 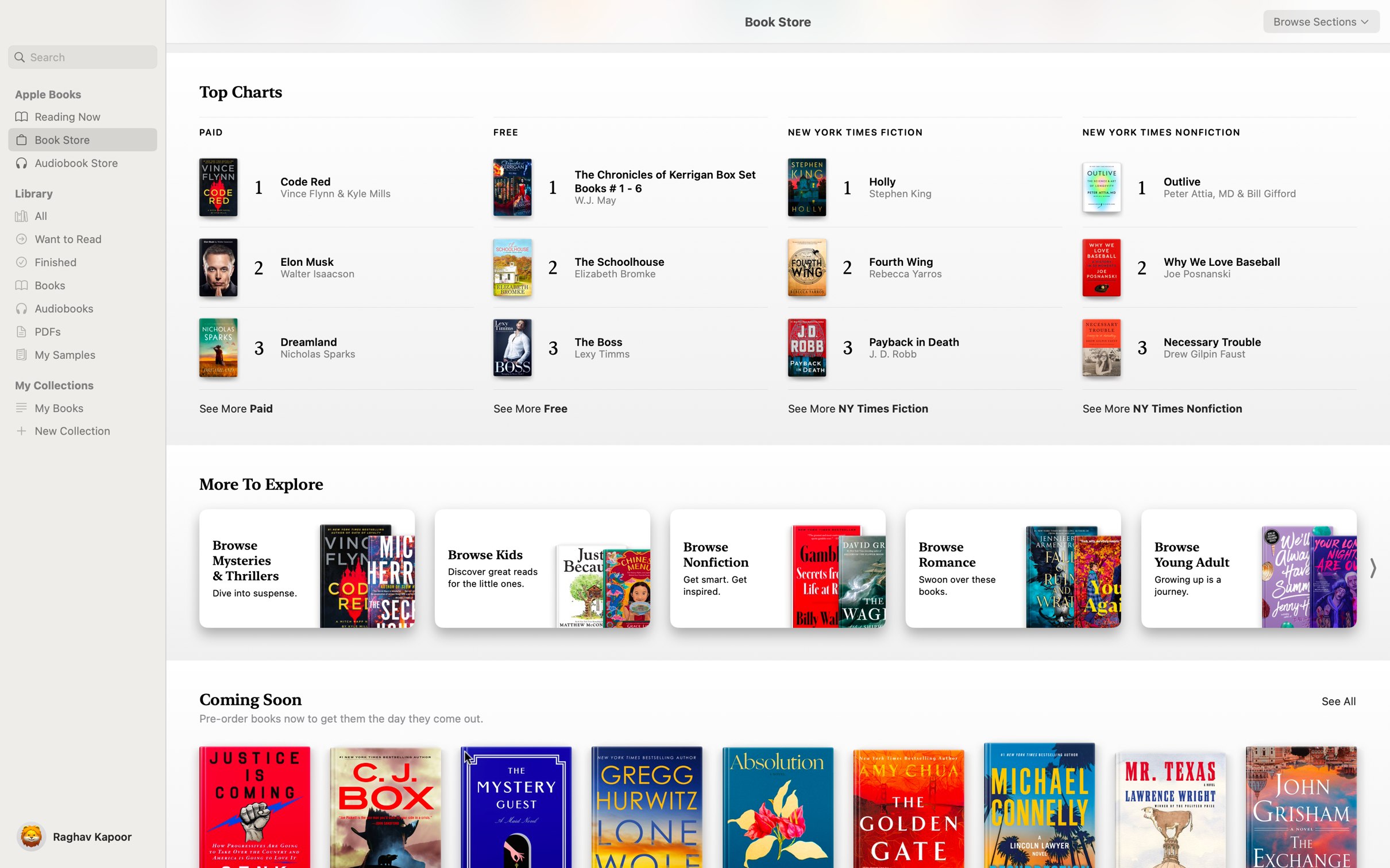 What do you see at coordinates (532, 406) in the screenshot?
I see `View the complete list of complimentary books in top charts` at bounding box center [532, 406].